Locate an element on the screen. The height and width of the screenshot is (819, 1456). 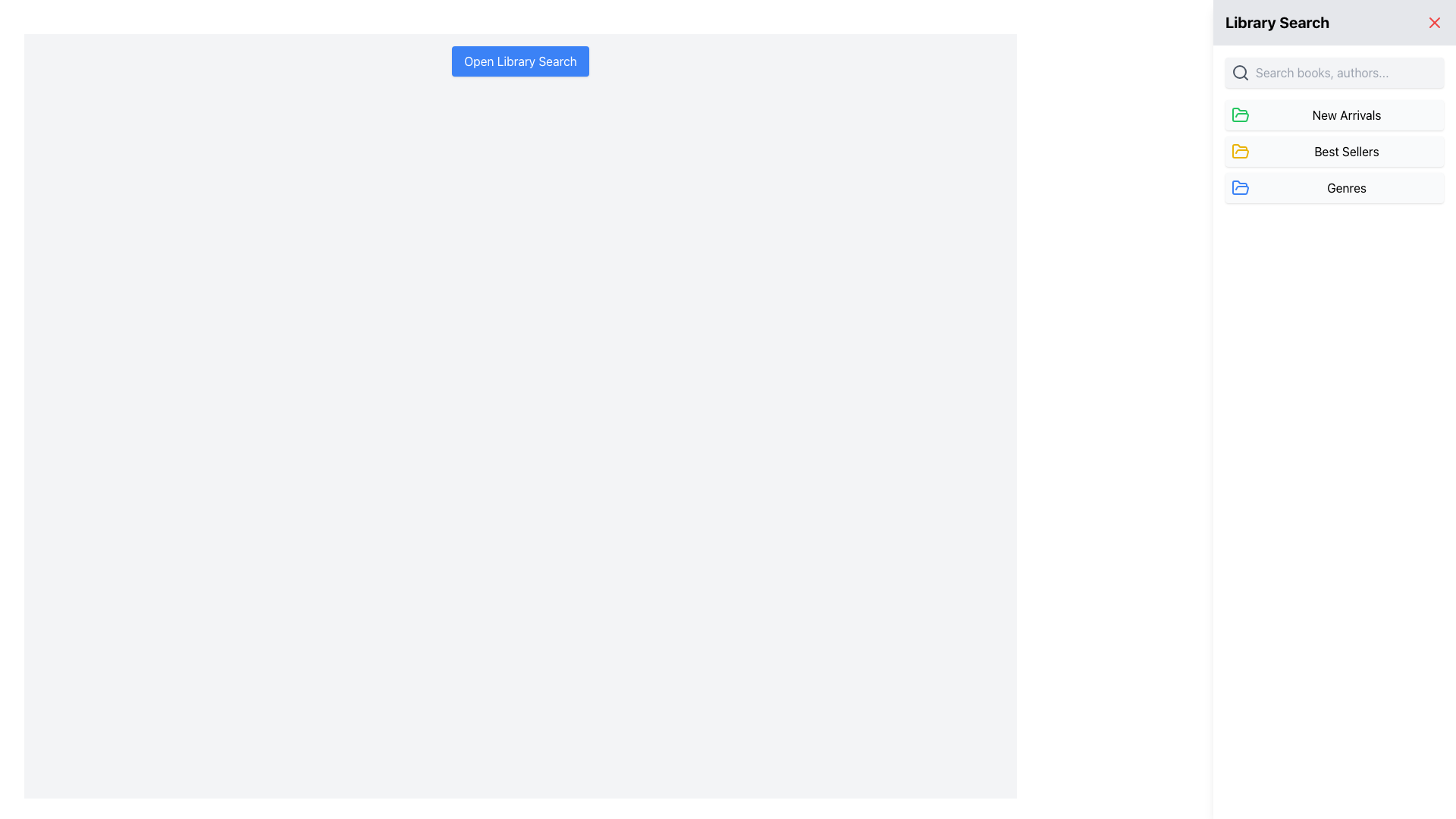
the red cross icon located at the top-right corner of the 'Library Search' panel is located at coordinates (1433, 23).